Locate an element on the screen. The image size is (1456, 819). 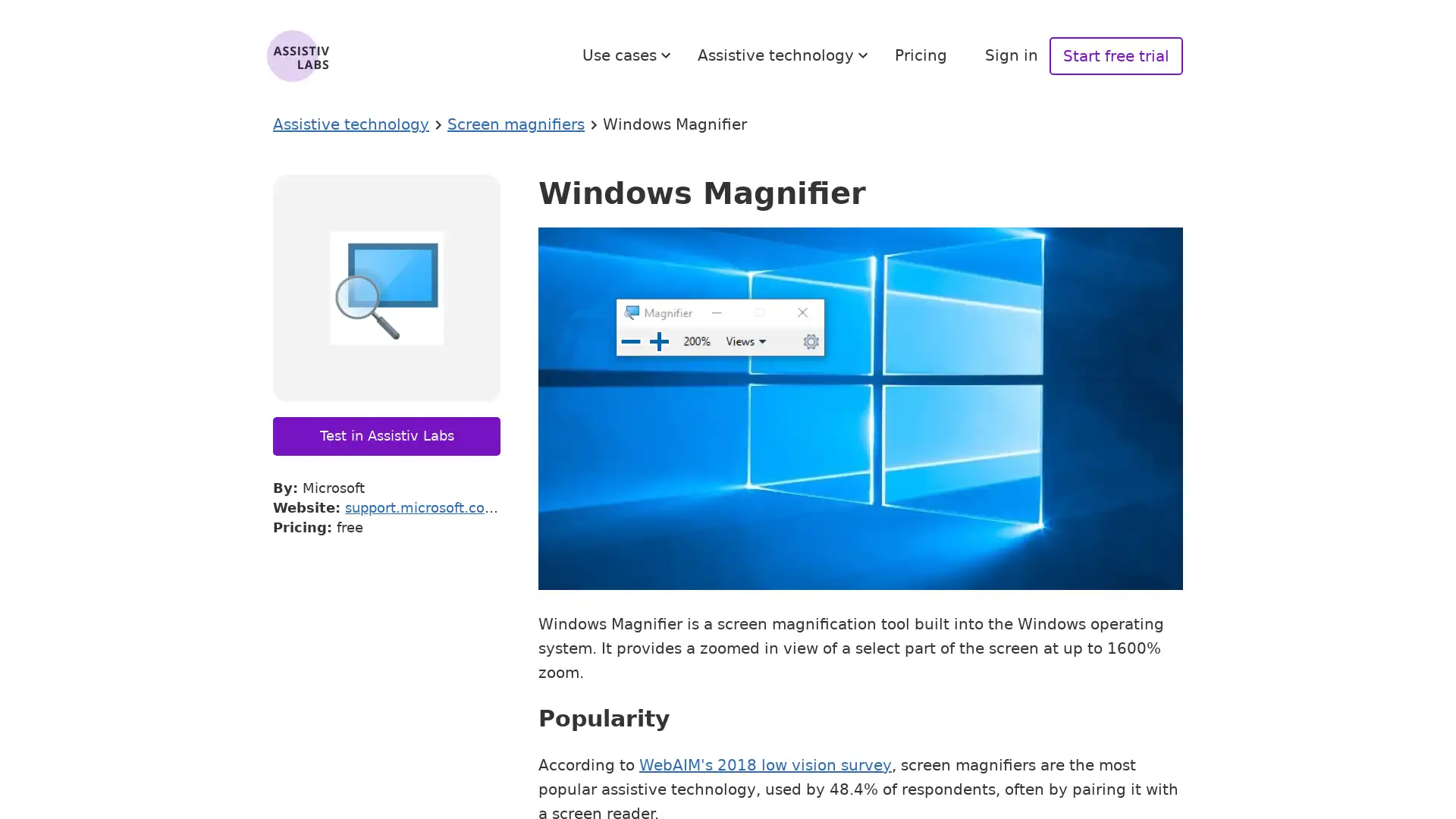
Use cases is located at coordinates (629, 55).